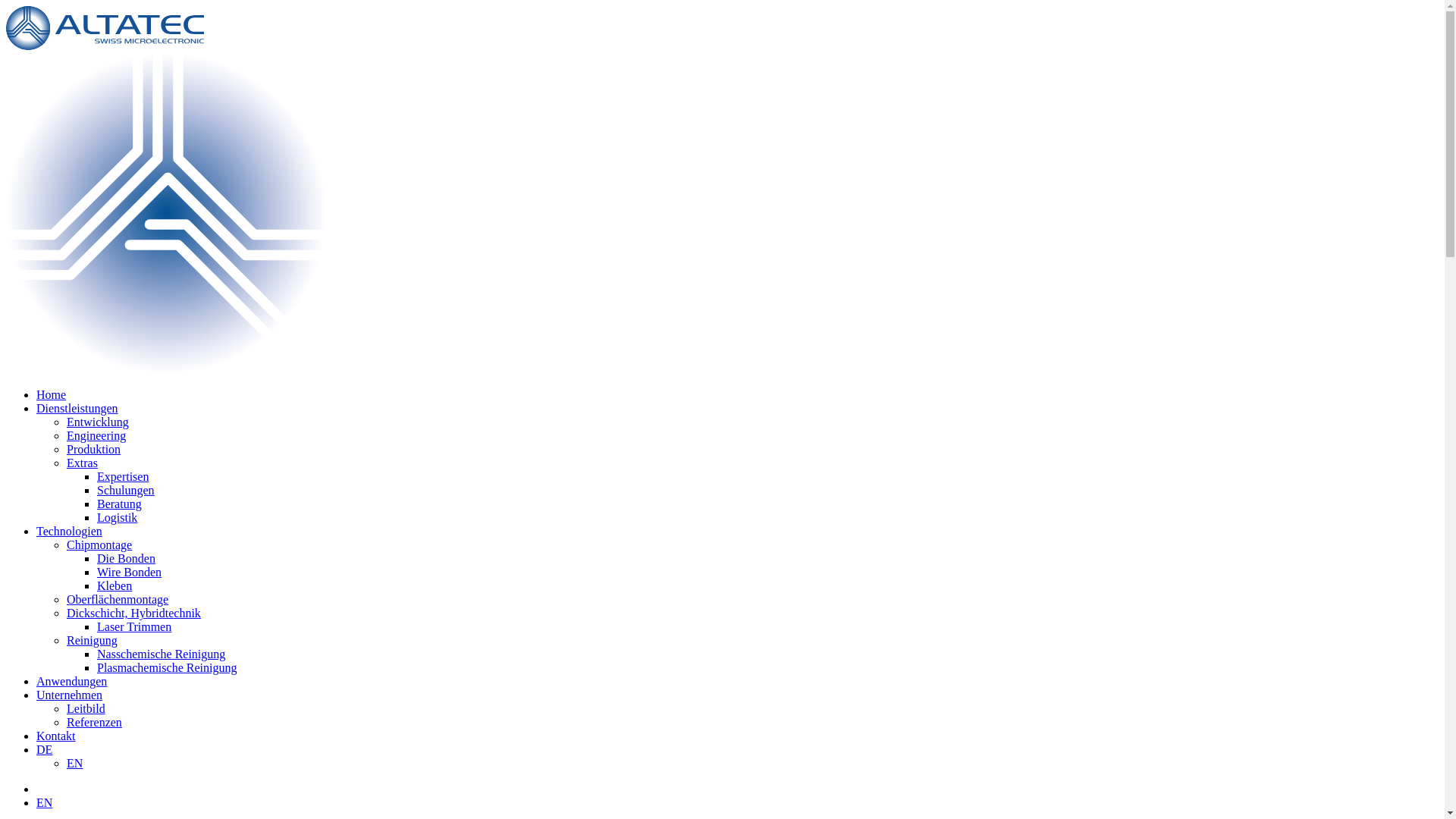 Image resolution: width=1456 pixels, height=819 pixels. I want to click on 'Die Bonden', so click(126, 558).